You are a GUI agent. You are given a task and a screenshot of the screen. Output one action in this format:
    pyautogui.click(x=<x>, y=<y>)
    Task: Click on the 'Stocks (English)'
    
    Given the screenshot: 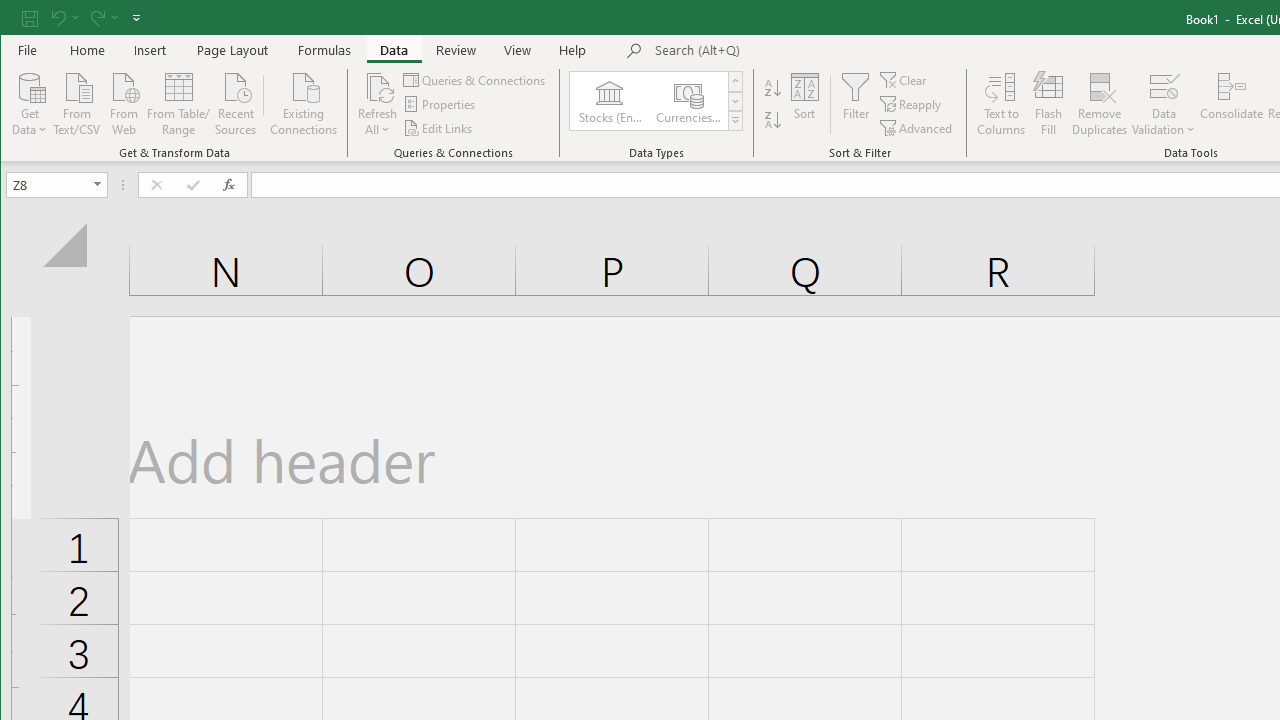 What is the action you would take?
    pyautogui.click(x=608, y=100)
    